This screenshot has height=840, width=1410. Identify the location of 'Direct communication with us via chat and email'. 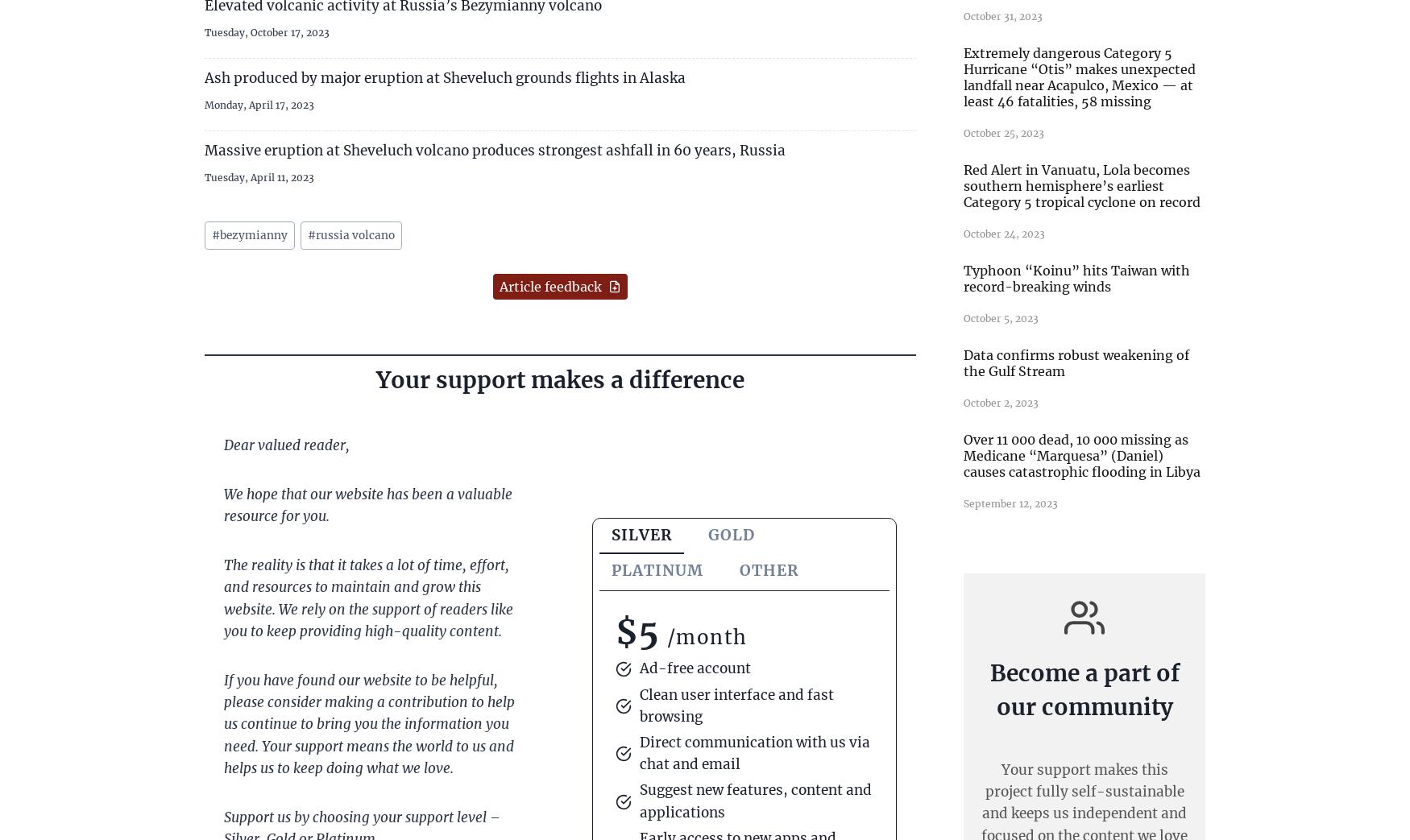
(637, 752).